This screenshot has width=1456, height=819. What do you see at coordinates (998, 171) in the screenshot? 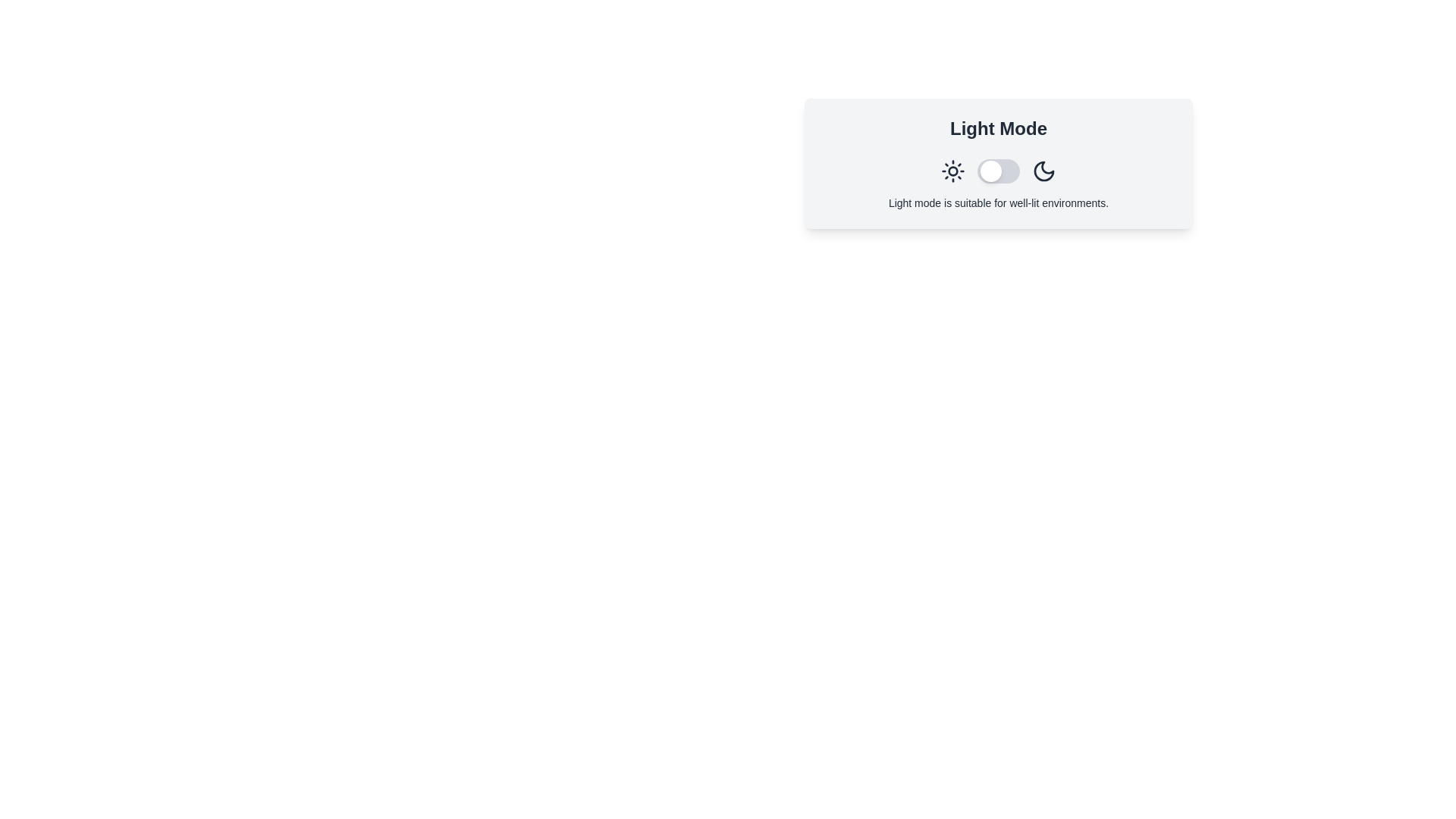
I see `the toggle switch to change the theme` at bounding box center [998, 171].